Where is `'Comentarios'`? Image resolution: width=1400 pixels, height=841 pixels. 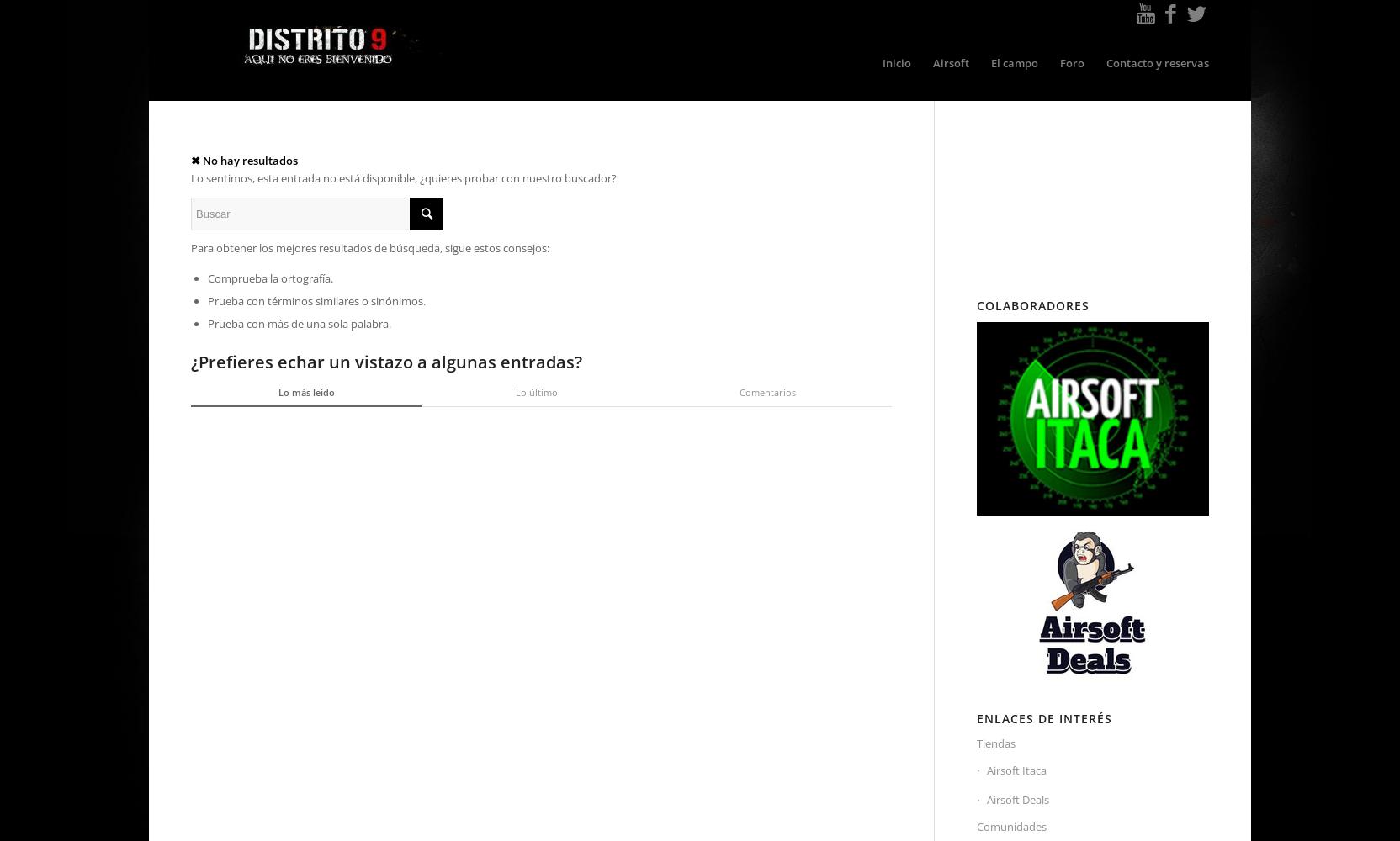
'Comentarios' is located at coordinates (766, 390).